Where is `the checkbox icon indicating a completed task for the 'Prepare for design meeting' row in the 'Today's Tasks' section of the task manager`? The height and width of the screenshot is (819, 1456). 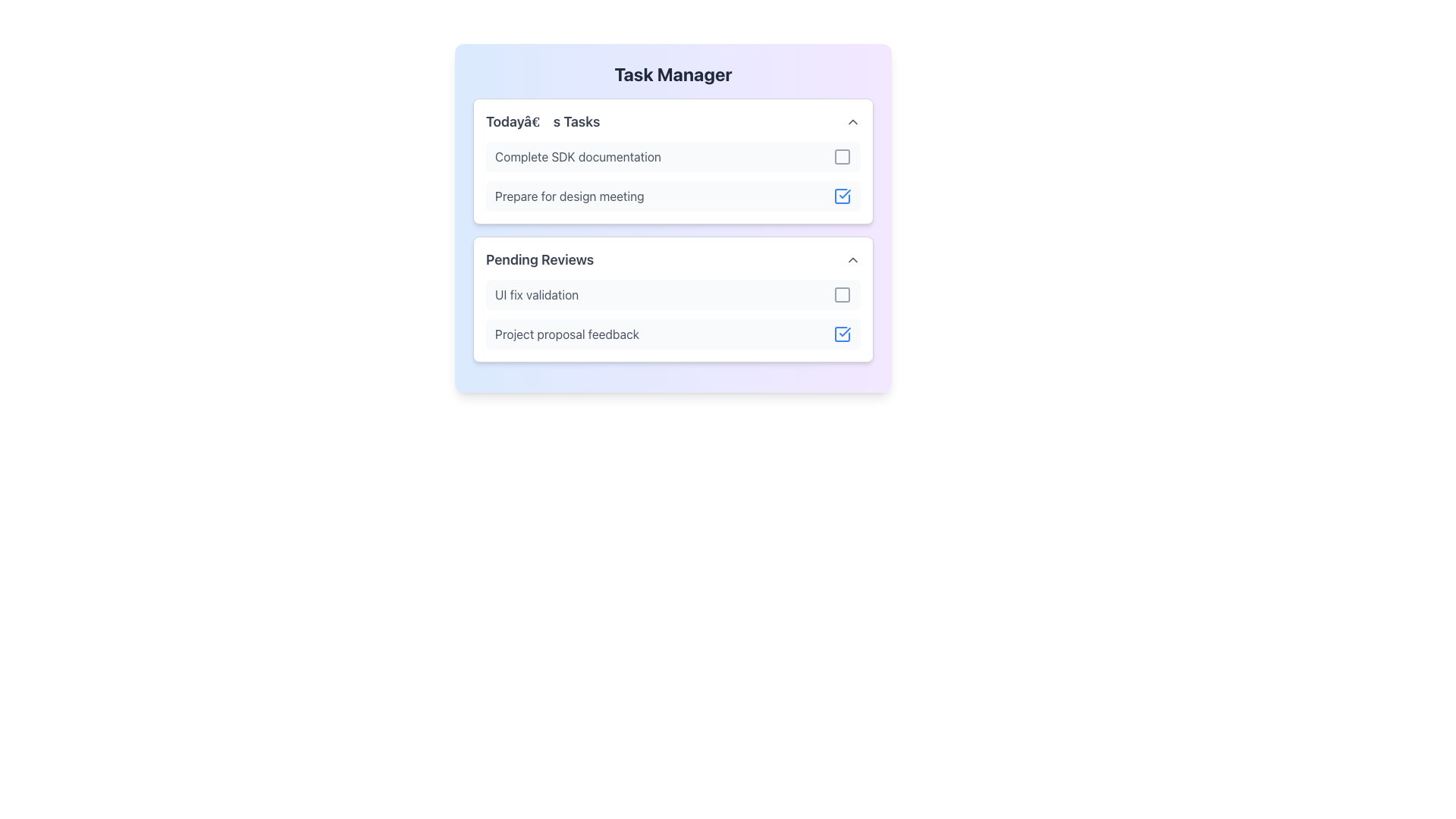
the checkbox icon indicating a completed task for the 'Prepare for design meeting' row in the 'Today's Tasks' section of the task manager is located at coordinates (841, 195).